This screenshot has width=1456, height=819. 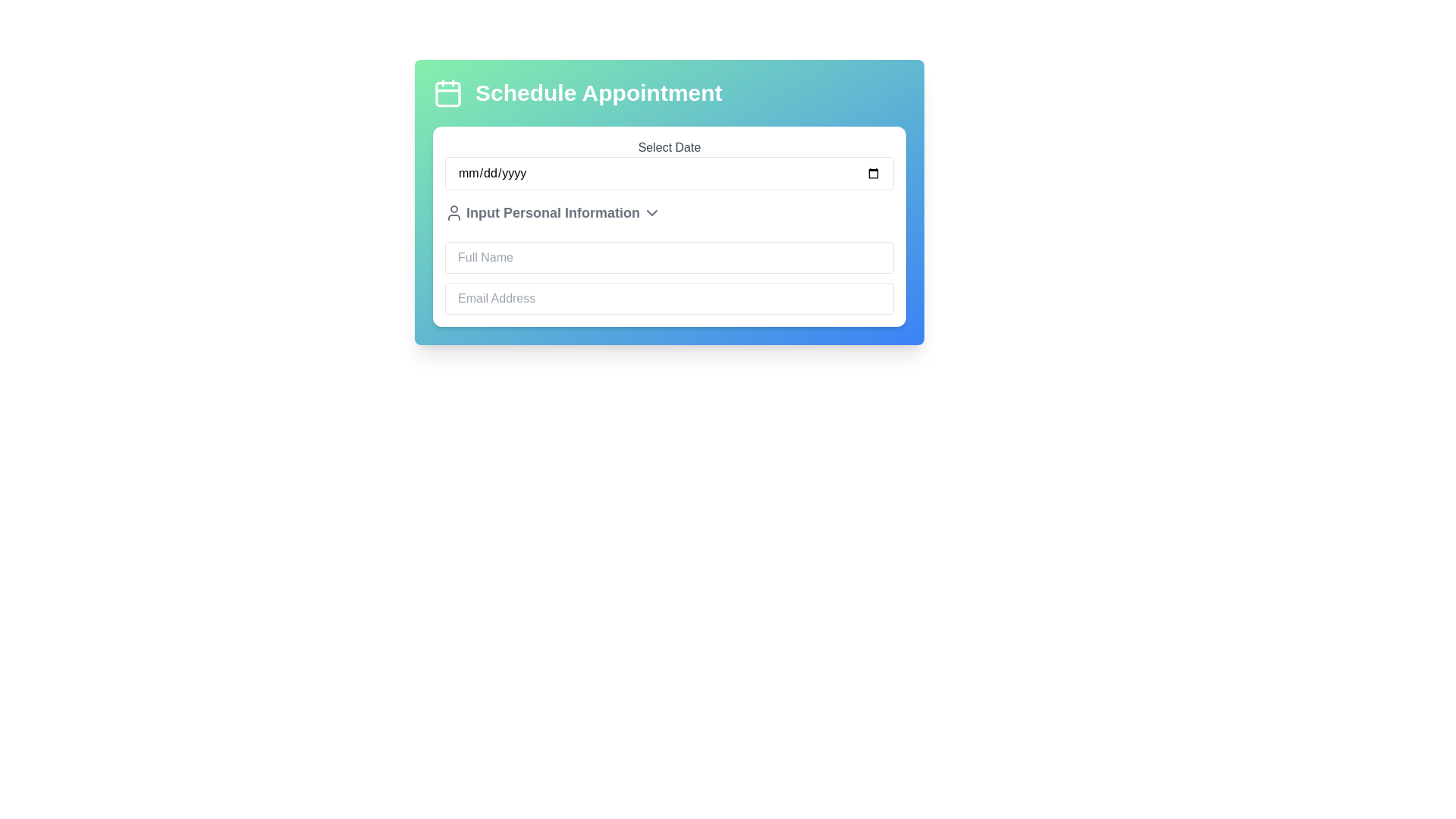 I want to click on text displayed on the 'Schedule Appointment' label, which is in bold white font on a gradient background, so click(x=598, y=93).